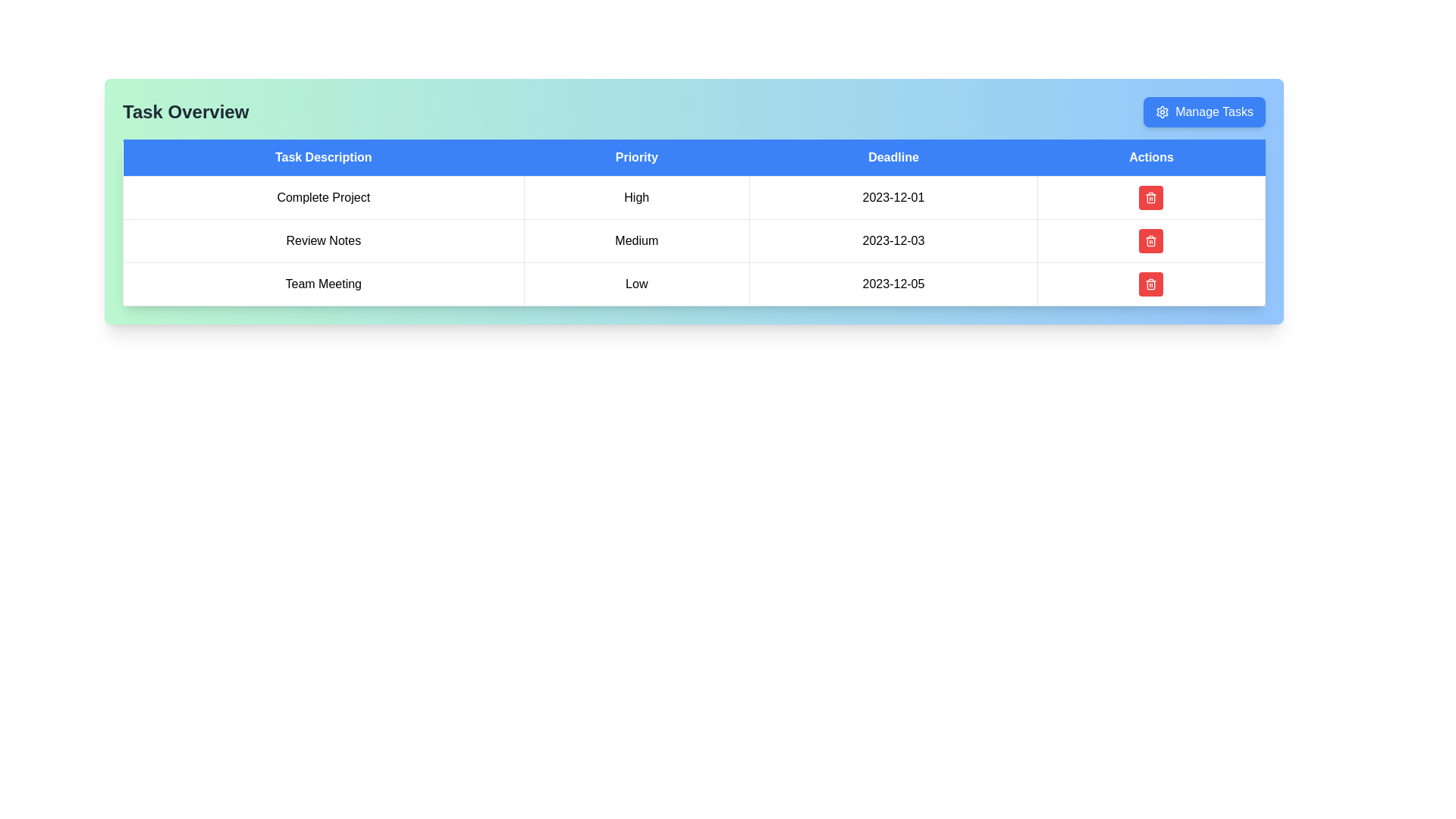 The height and width of the screenshot is (819, 1456). I want to click on text element that displays the deadline date of the Team Meeting located in the third row under the 'Deadline' column of the 'Task Overview' table, so click(893, 284).